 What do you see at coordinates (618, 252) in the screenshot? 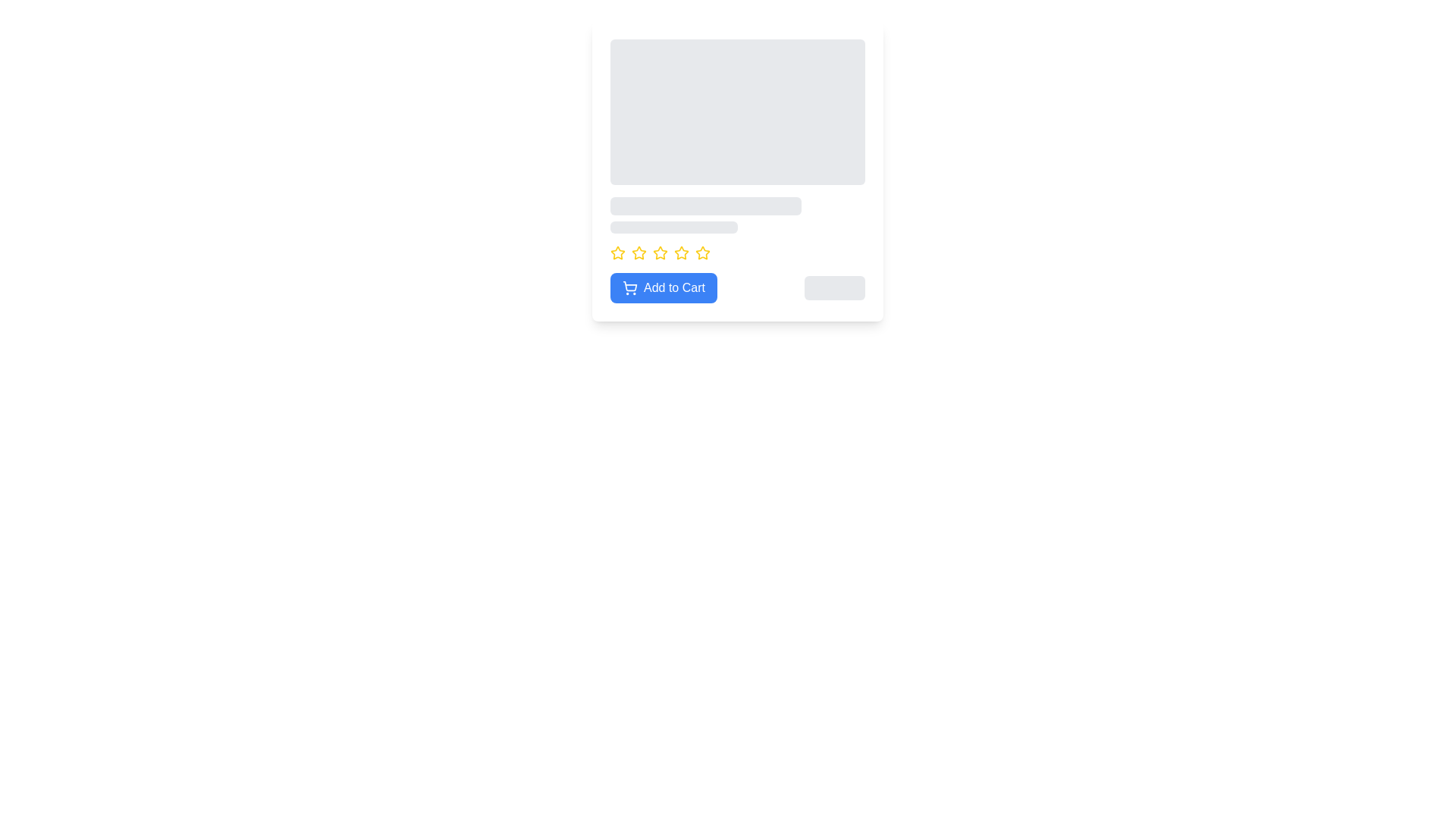
I see `the first star icon in the rating system` at bounding box center [618, 252].